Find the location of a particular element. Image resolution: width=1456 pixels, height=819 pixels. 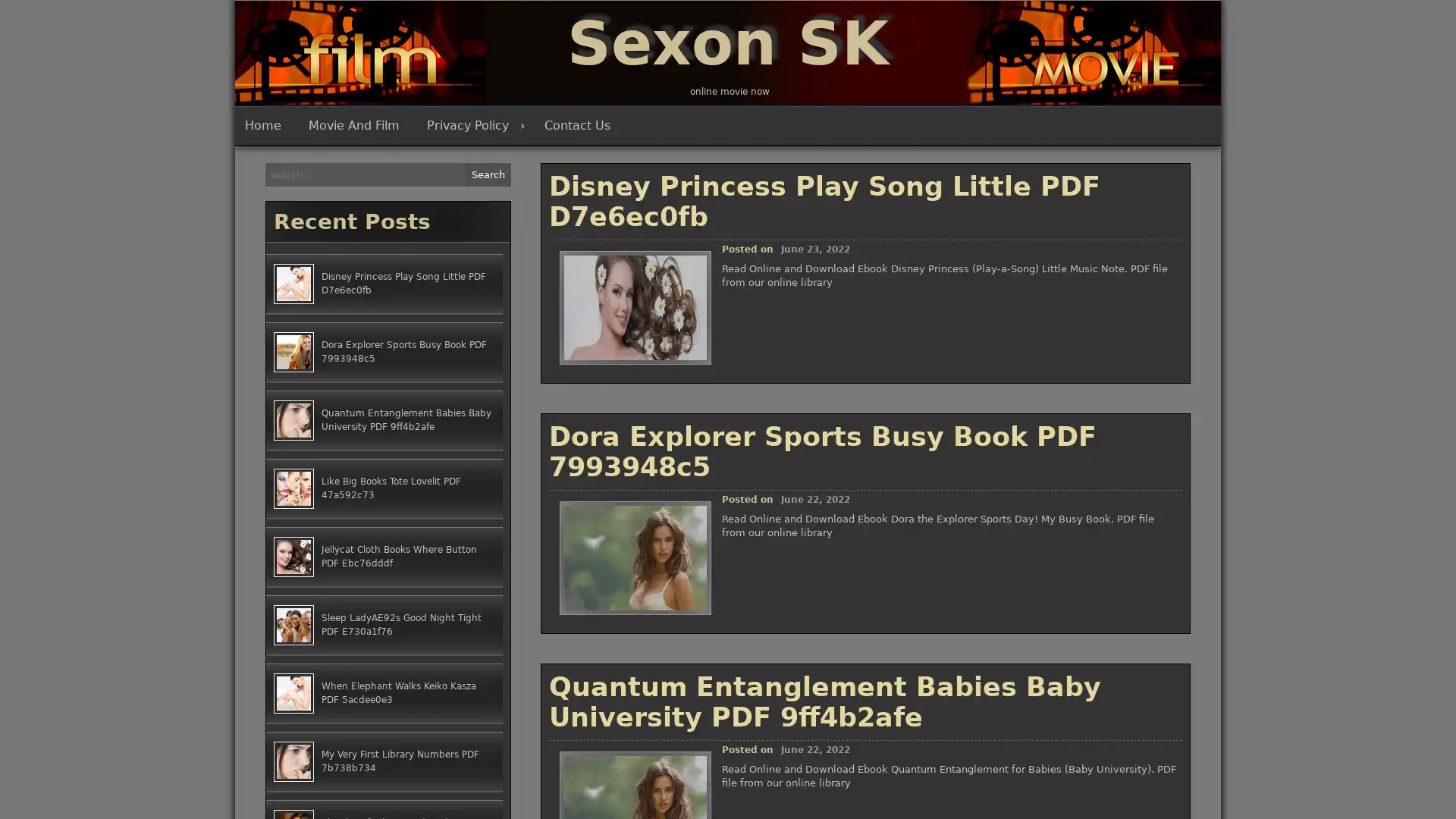

Search is located at coordinates (488, 174).